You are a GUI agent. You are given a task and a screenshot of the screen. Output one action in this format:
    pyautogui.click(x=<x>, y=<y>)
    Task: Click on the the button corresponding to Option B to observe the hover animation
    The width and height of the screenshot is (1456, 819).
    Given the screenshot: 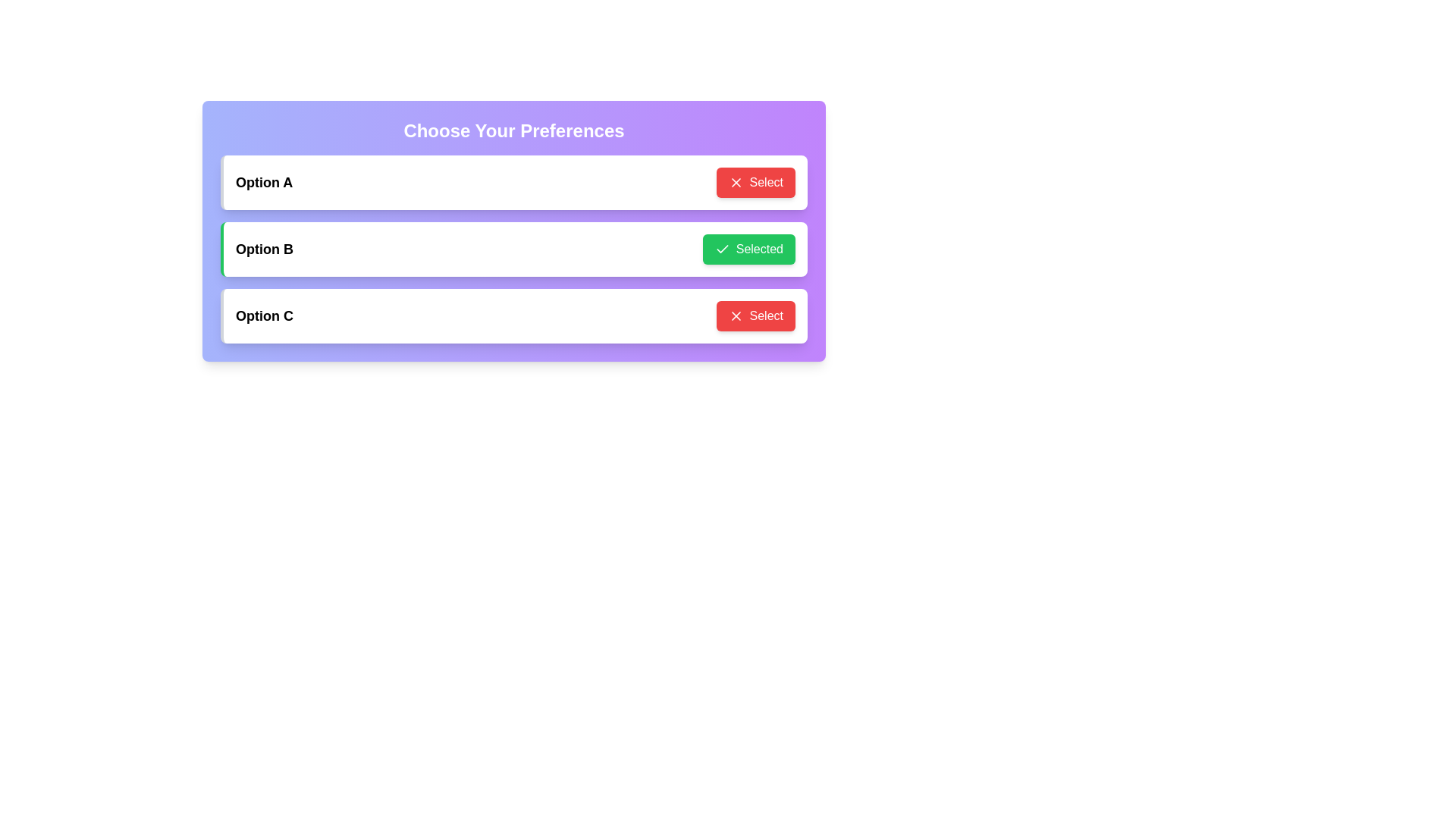 What is the action you would take?
    pyautogui.click(x=748, y=248)
    